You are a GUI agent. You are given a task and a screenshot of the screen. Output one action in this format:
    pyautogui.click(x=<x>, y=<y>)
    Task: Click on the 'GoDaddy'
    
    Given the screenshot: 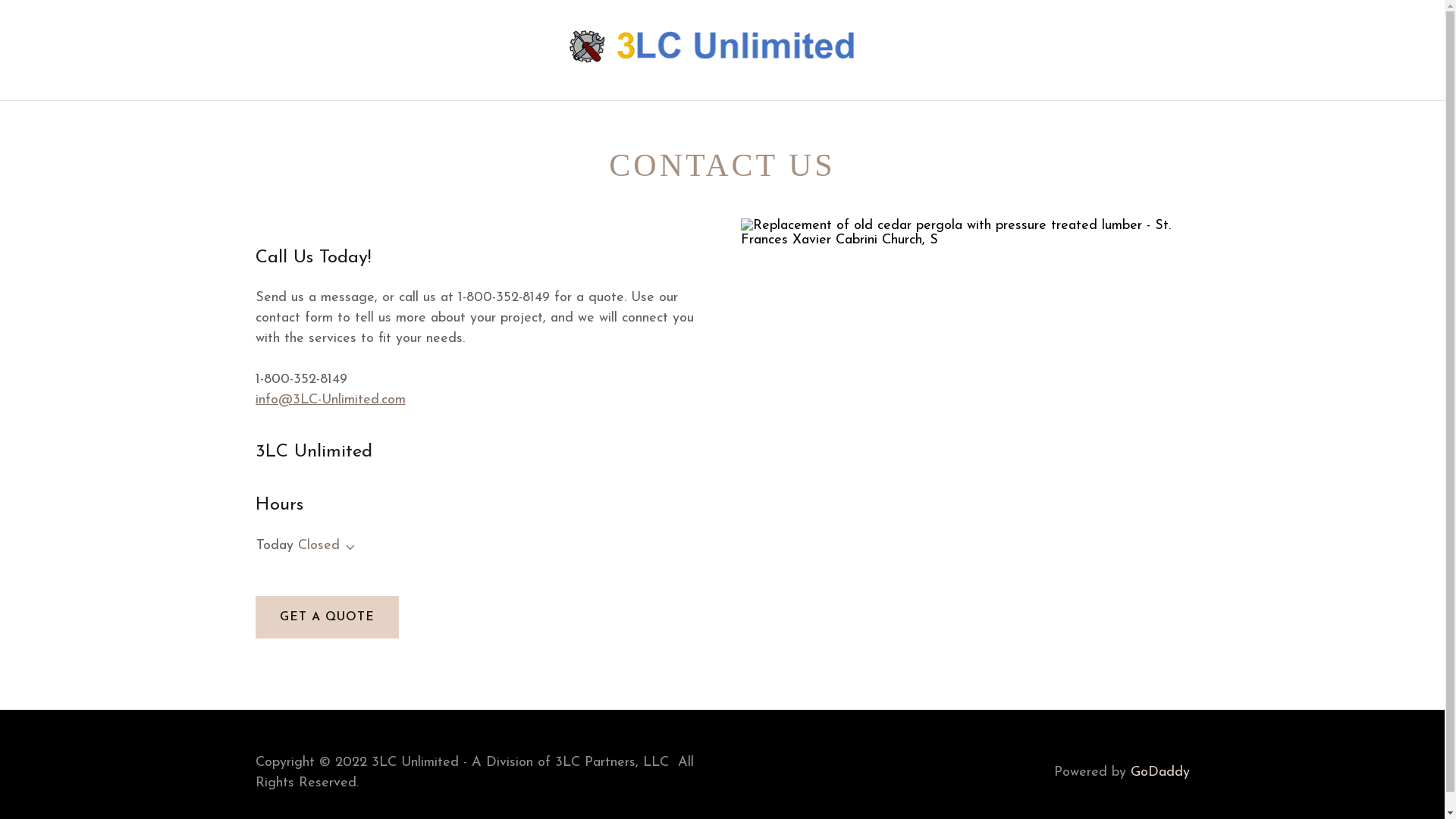 What is the action you would take?
    pyautogui.click(x=1129, y=772)
    